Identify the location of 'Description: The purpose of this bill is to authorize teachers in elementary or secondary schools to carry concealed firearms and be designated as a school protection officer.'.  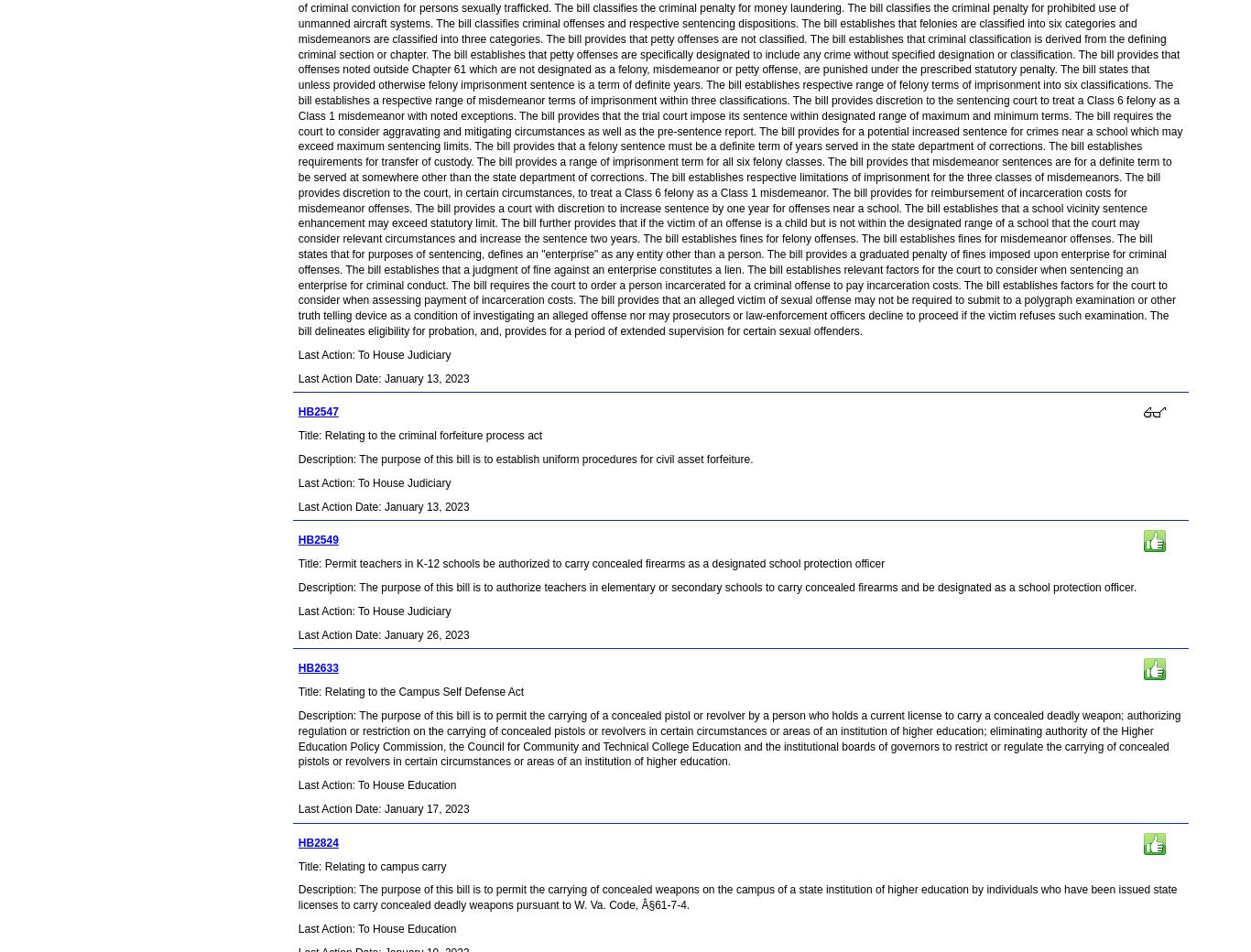
(716, 585).